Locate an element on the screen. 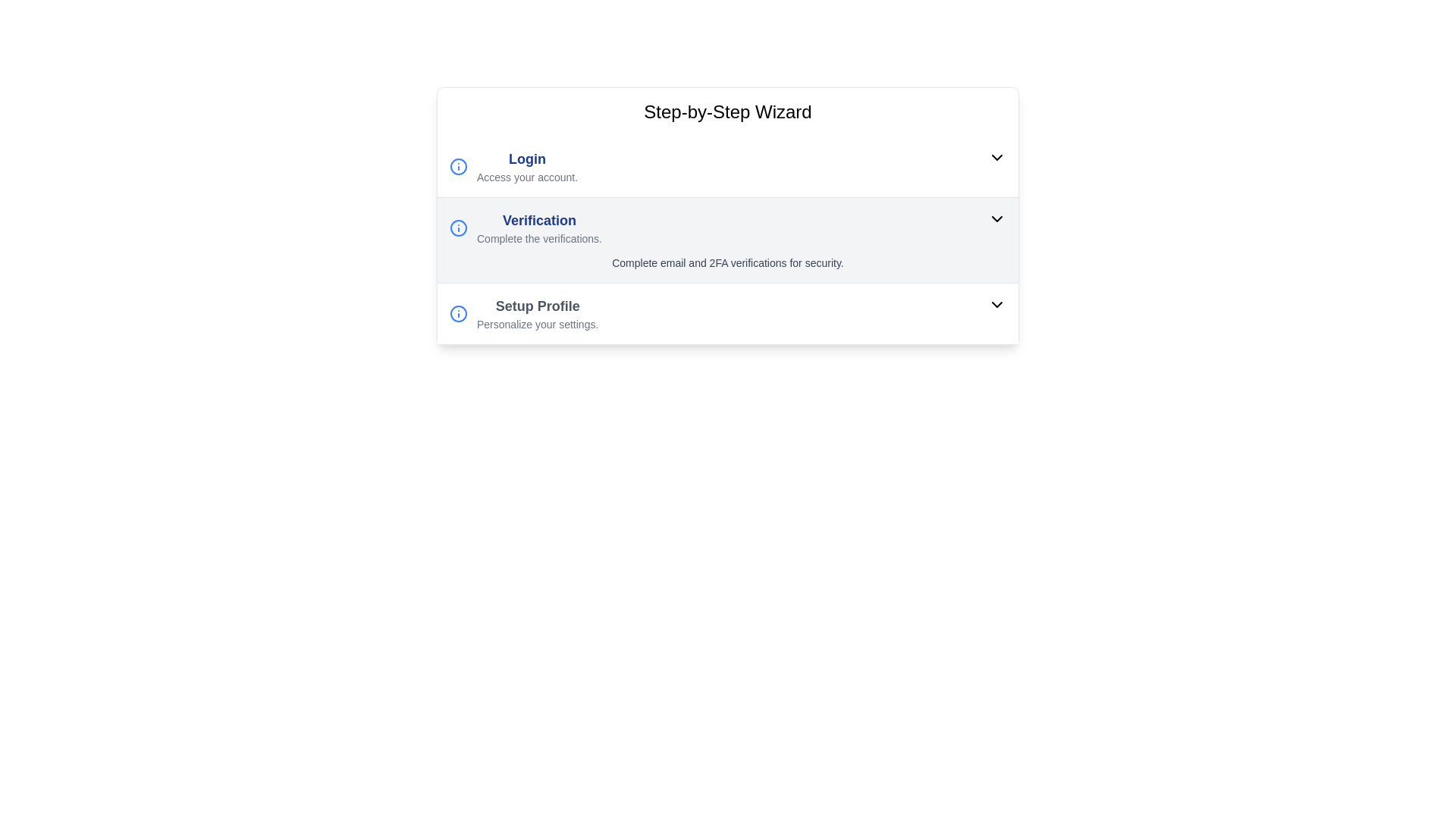 The image size is (1456, 819). the informational segment in the step-by-step wizard interface is located at coordinates (728, 312).